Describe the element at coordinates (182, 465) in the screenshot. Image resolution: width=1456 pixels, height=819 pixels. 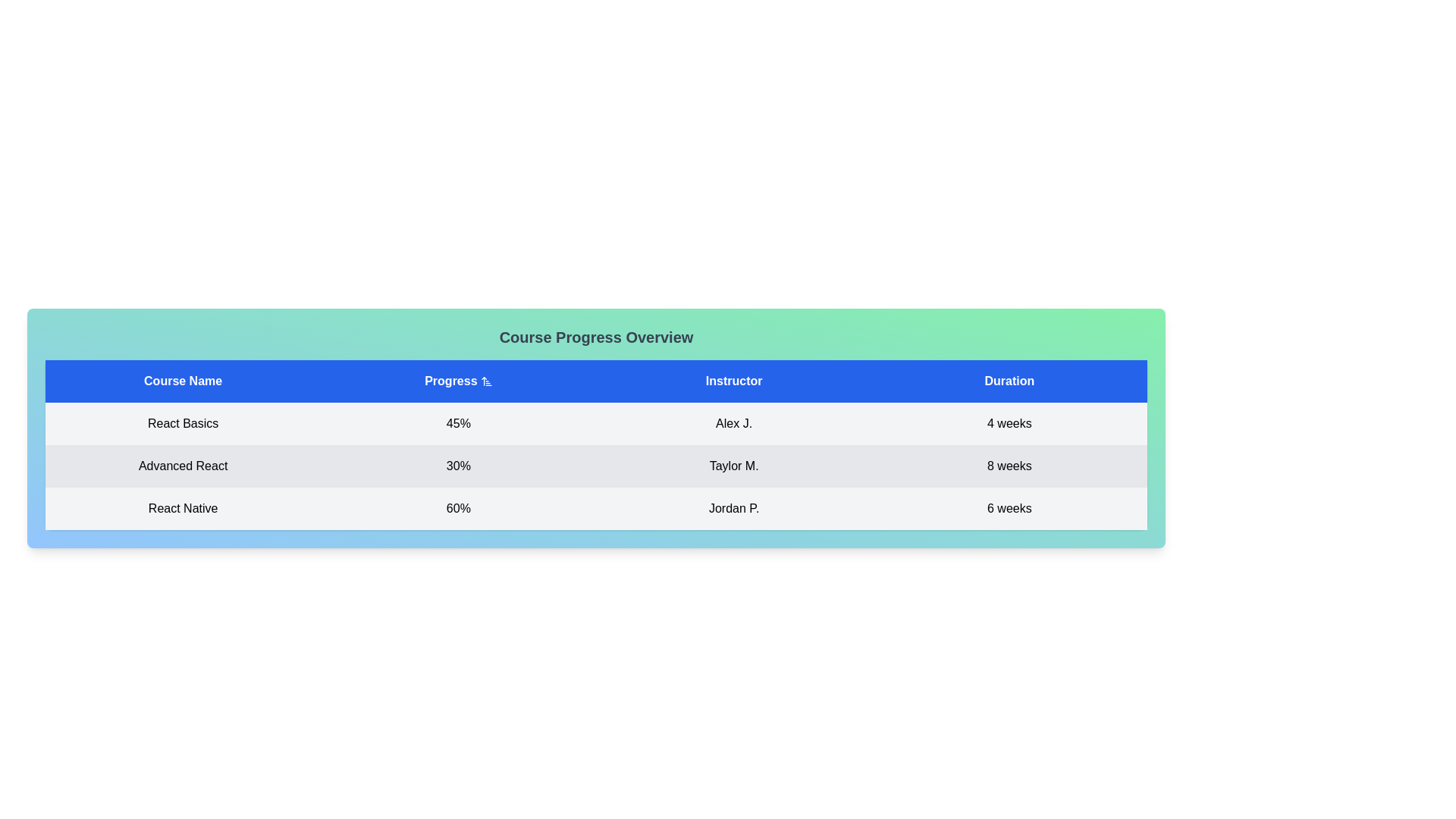
I see `the static text representing the course name in the second row of the course progress table, located under the 'Course Progress Overview' heading` at that location.